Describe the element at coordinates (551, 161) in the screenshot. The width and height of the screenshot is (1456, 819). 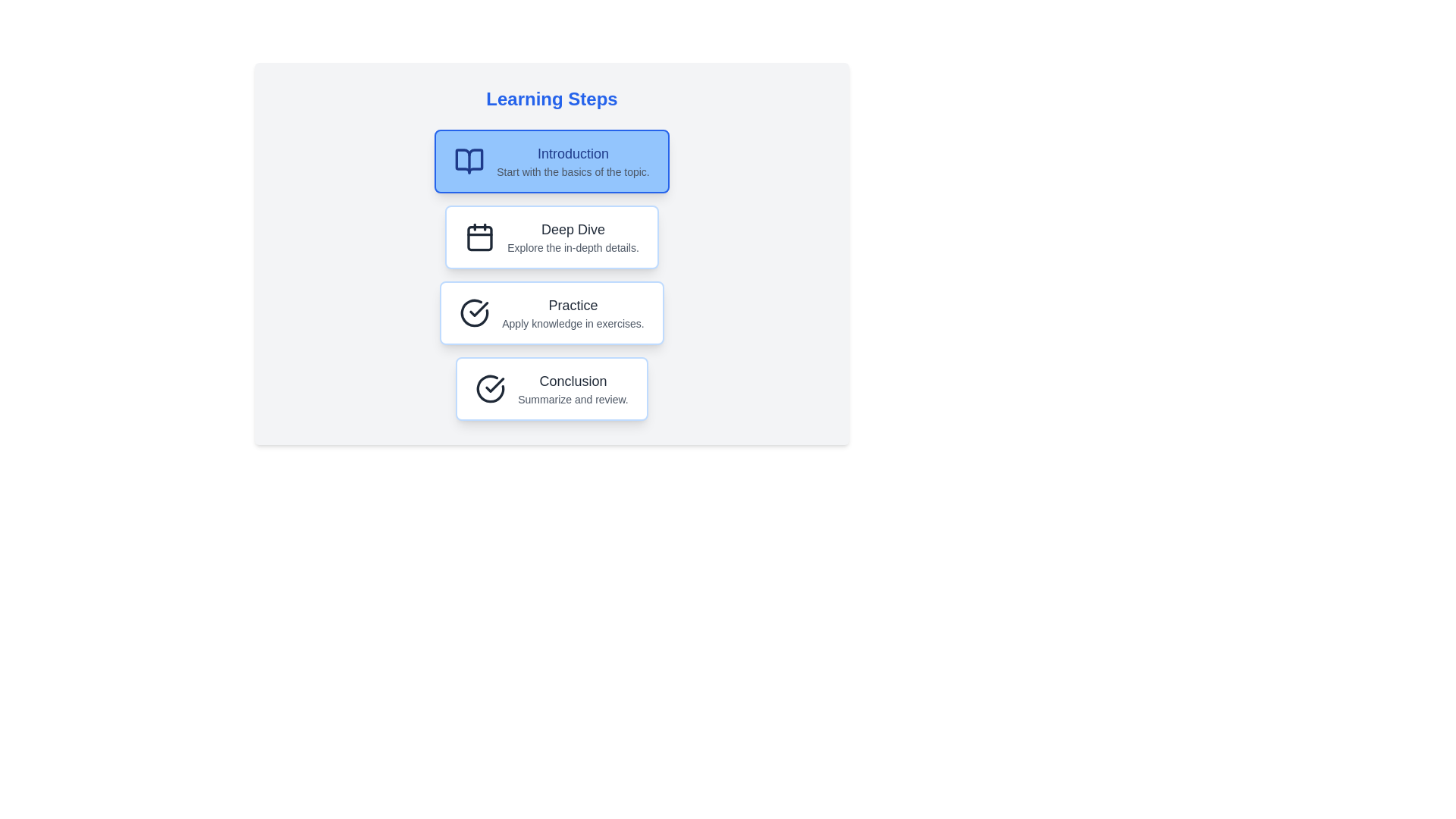
I see `the 'Introduction' card, which is the first selectable option in the vertical sequence of learning steps` at that location.